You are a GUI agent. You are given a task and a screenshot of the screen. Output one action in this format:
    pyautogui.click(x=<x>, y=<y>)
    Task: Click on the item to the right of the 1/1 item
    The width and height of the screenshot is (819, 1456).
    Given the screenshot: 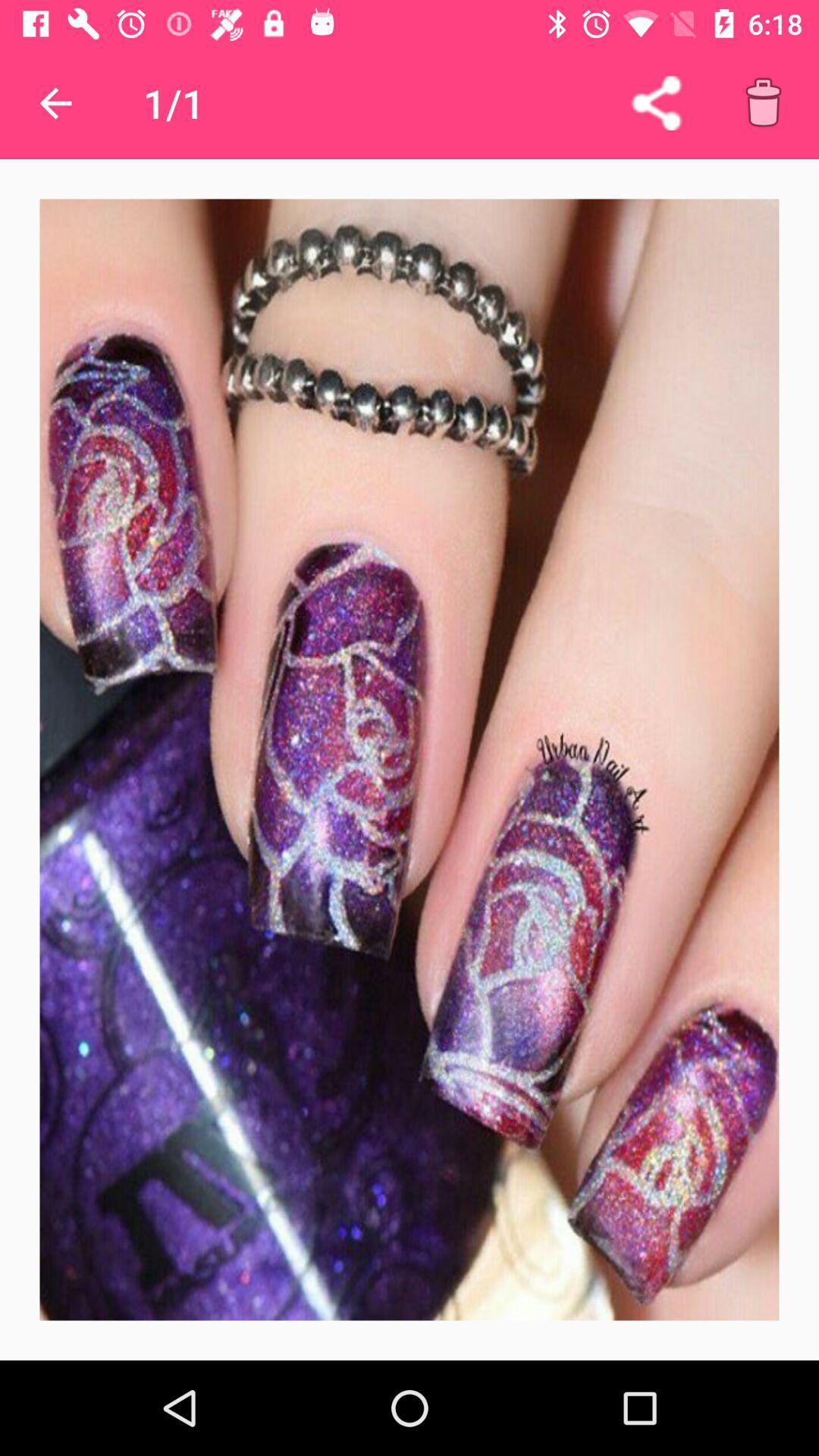 What is the action you would take?
    pyautogui.click(x=655, y=102)
    